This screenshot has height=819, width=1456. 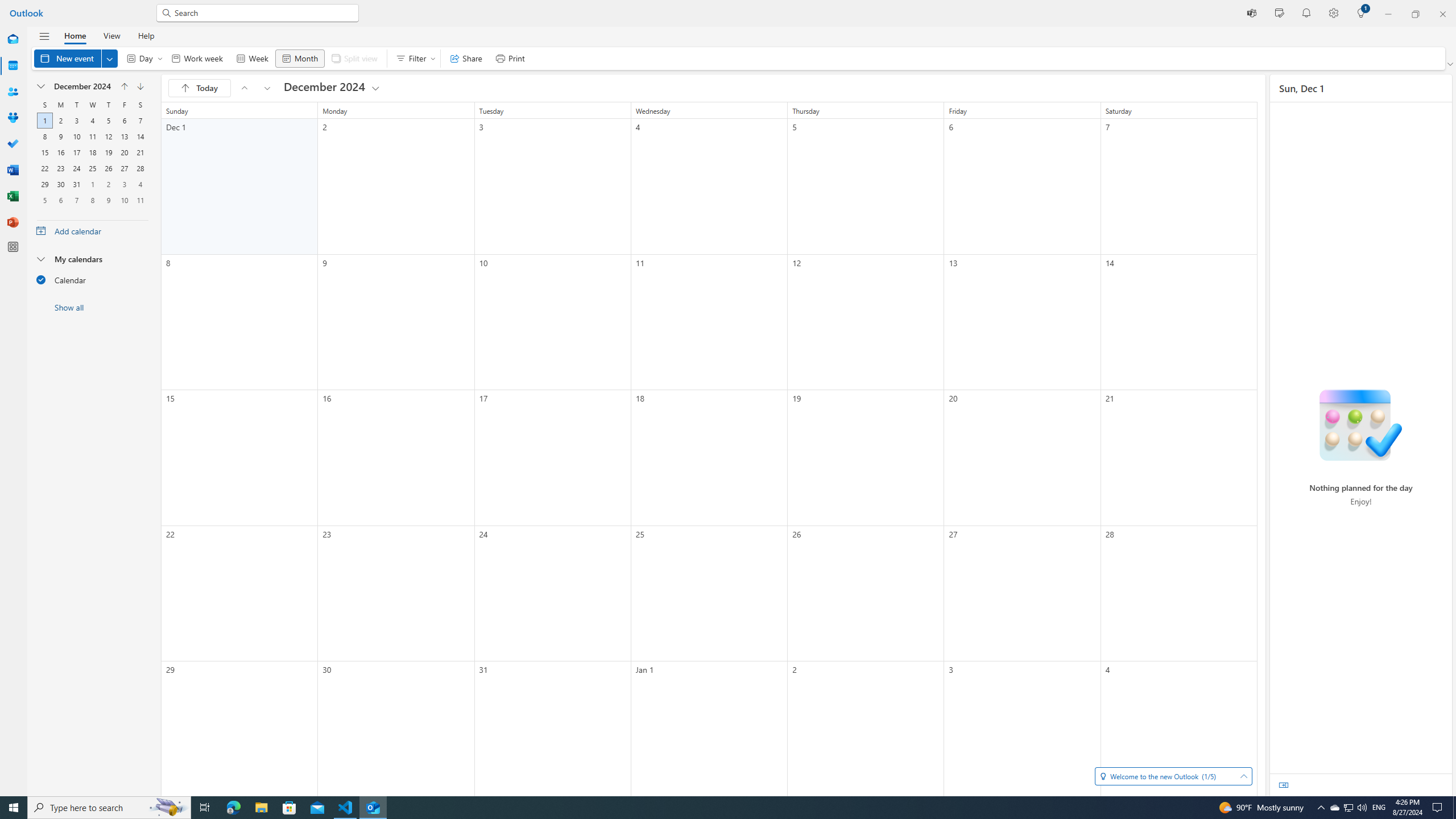 I want to click on 'Home', so click(x=74, y=35).